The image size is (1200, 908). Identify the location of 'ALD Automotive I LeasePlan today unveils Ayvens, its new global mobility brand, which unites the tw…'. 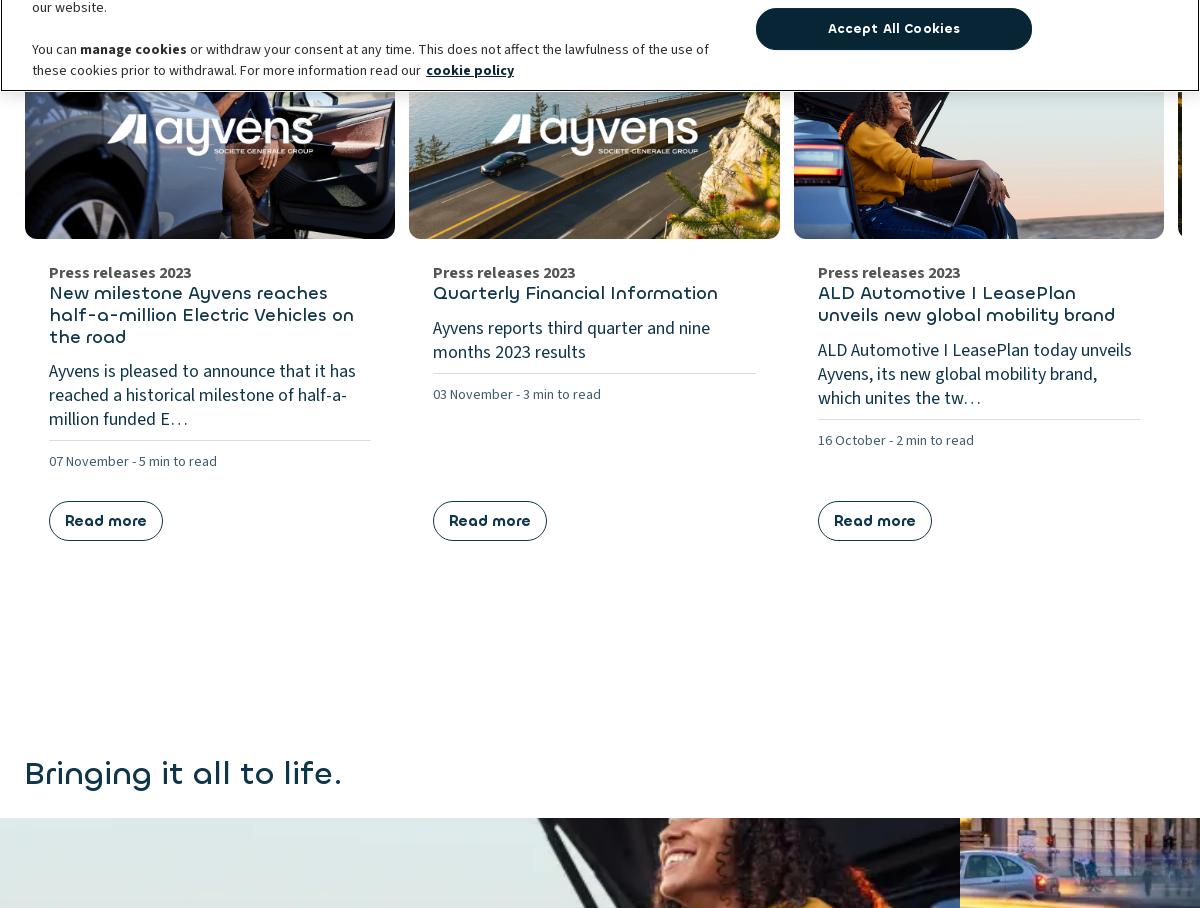
(974, 373).